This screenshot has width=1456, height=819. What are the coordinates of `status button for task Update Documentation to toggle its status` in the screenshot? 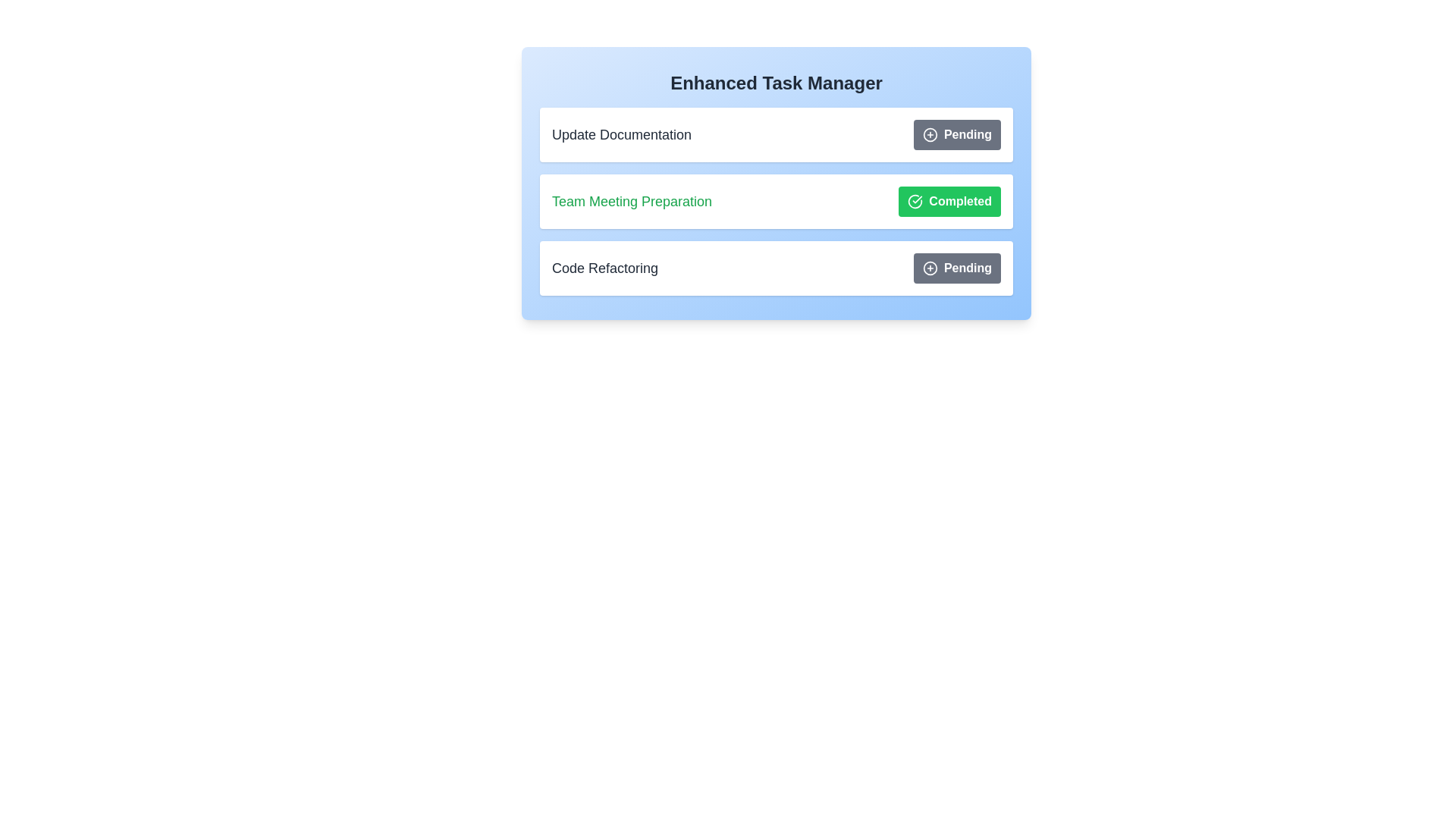 It's located at (956, 133).